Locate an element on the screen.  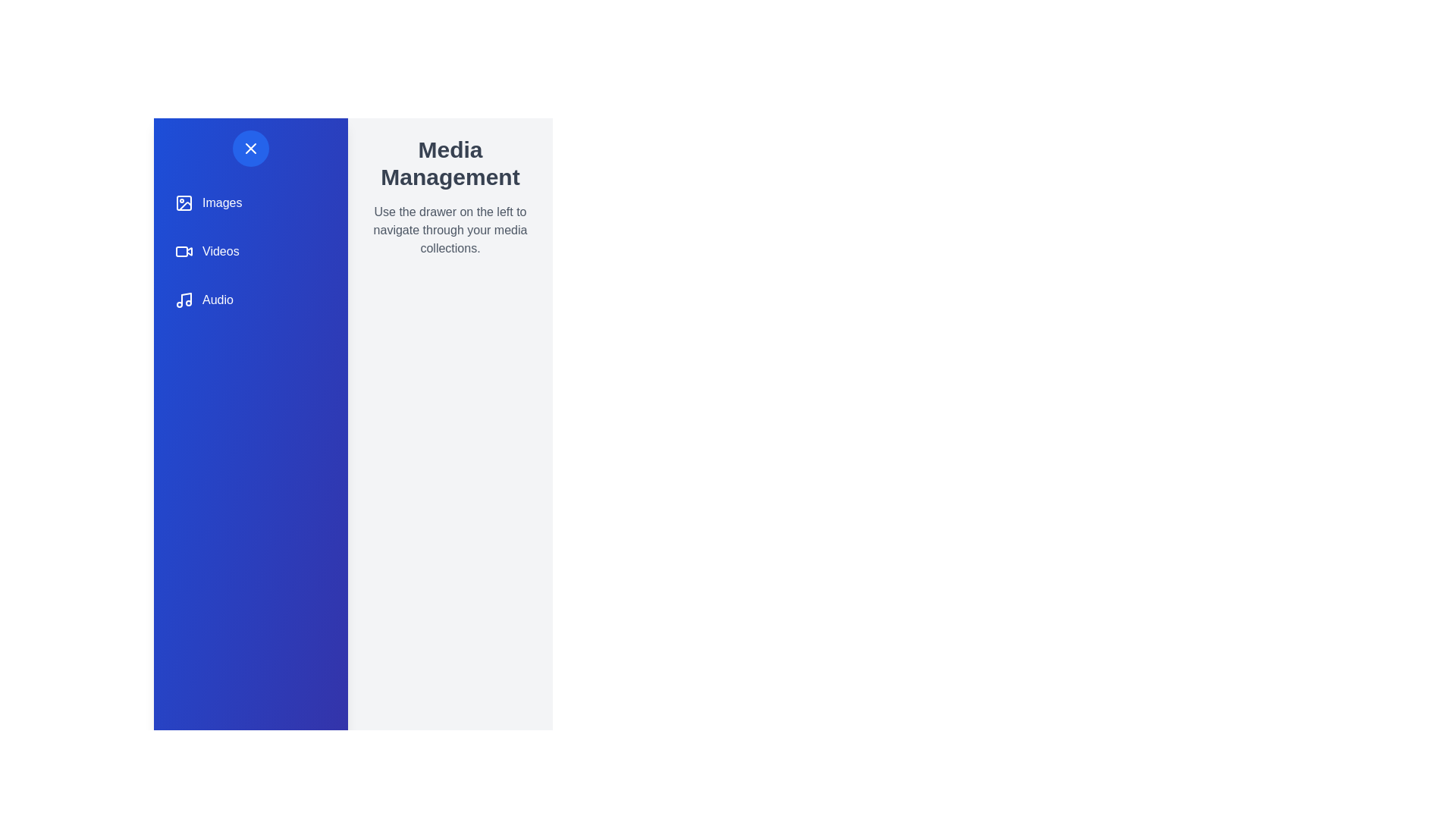
the static text label displaying 'Images' in white font on a blue background, located in the vertical navigation sidebar is located at coordinates (221, 202).